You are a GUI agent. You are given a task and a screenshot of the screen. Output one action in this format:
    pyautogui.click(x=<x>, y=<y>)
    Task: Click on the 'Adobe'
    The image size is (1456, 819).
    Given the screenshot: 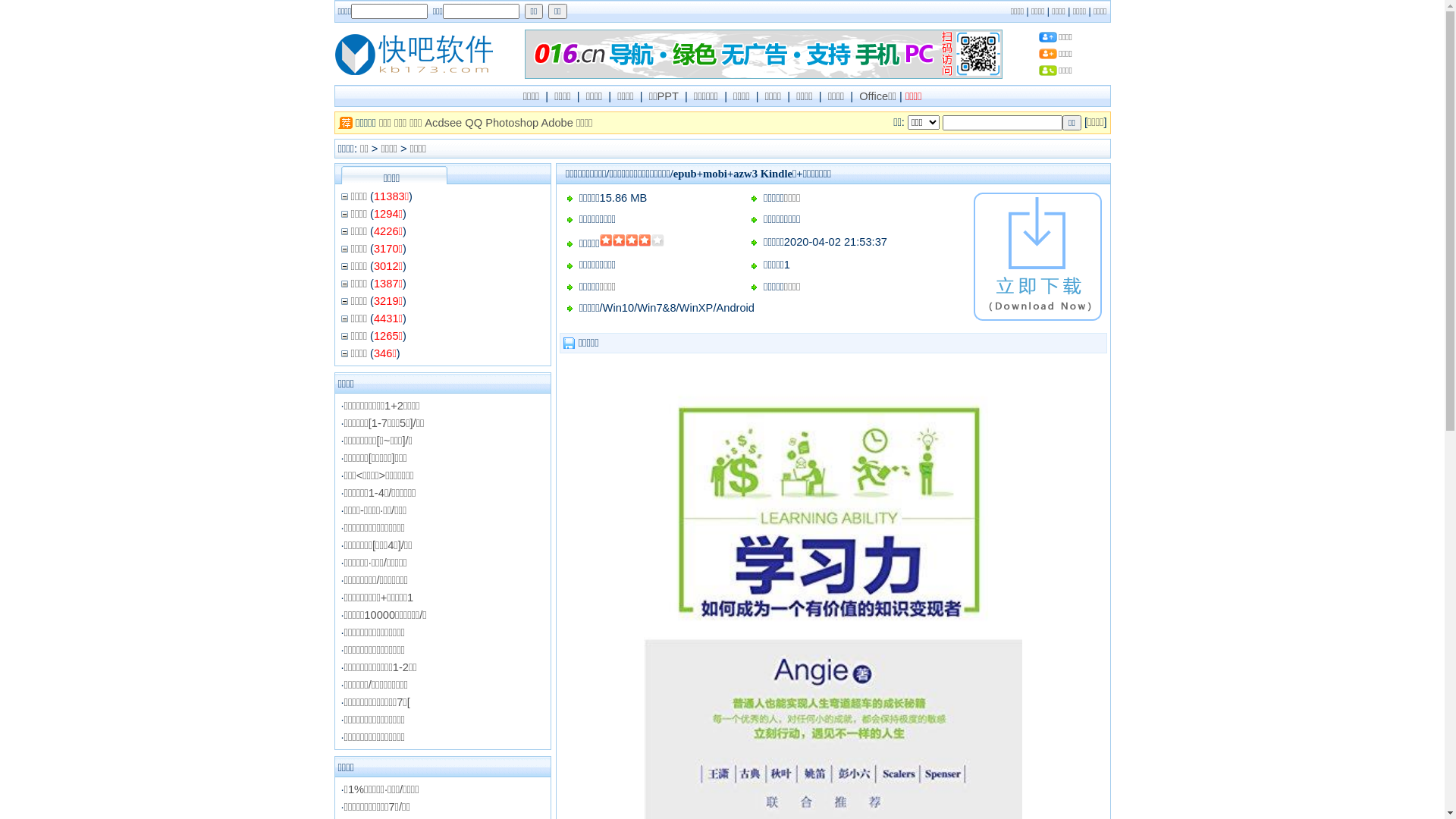 What is the action you would take?
    pyautogui.click(x=556, y=122)
    